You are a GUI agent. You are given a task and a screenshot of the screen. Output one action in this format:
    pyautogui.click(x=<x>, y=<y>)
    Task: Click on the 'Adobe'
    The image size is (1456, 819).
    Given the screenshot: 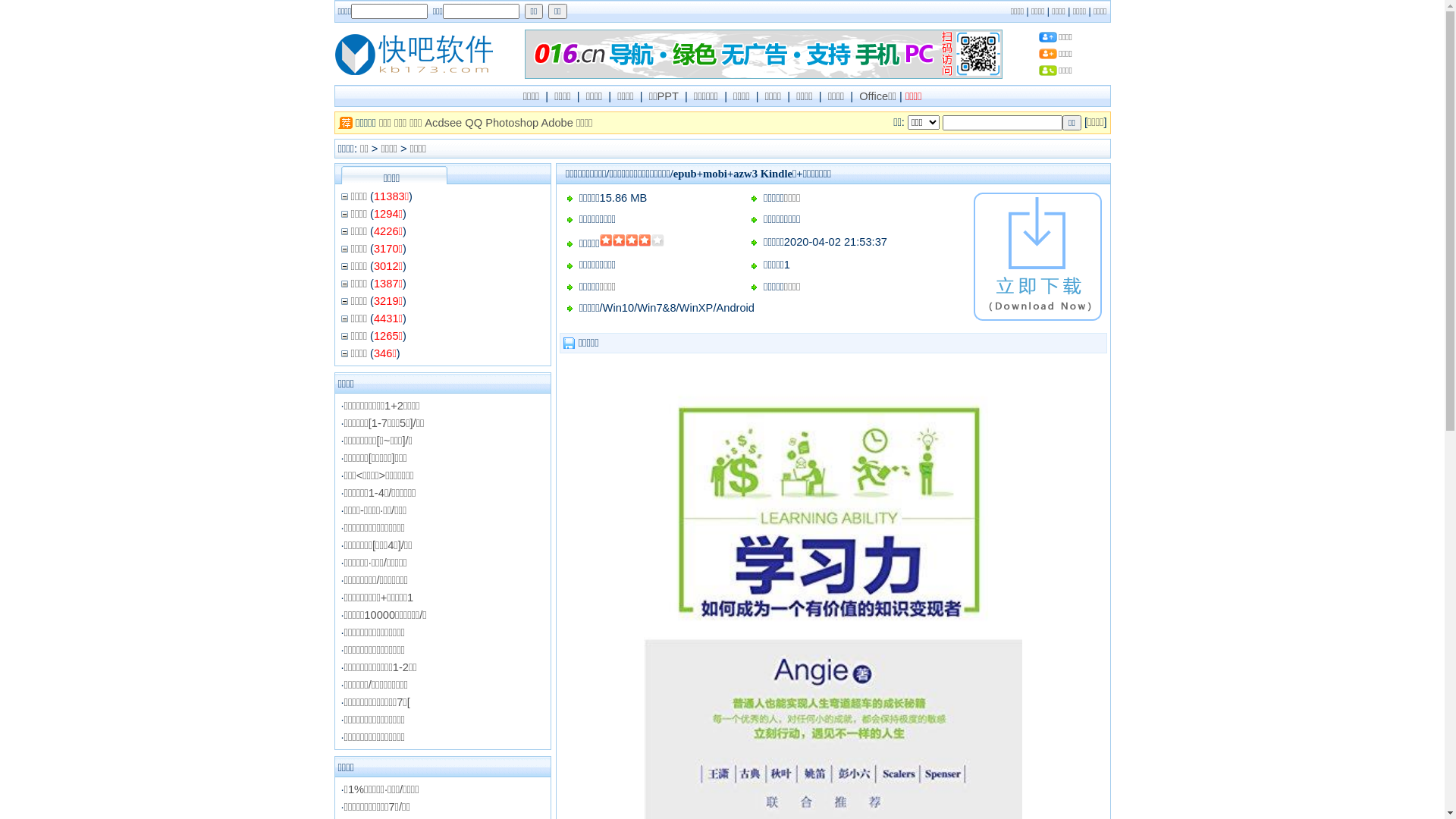 What is the action you would take?
    pyautogui.click(x=556, y=122)
    